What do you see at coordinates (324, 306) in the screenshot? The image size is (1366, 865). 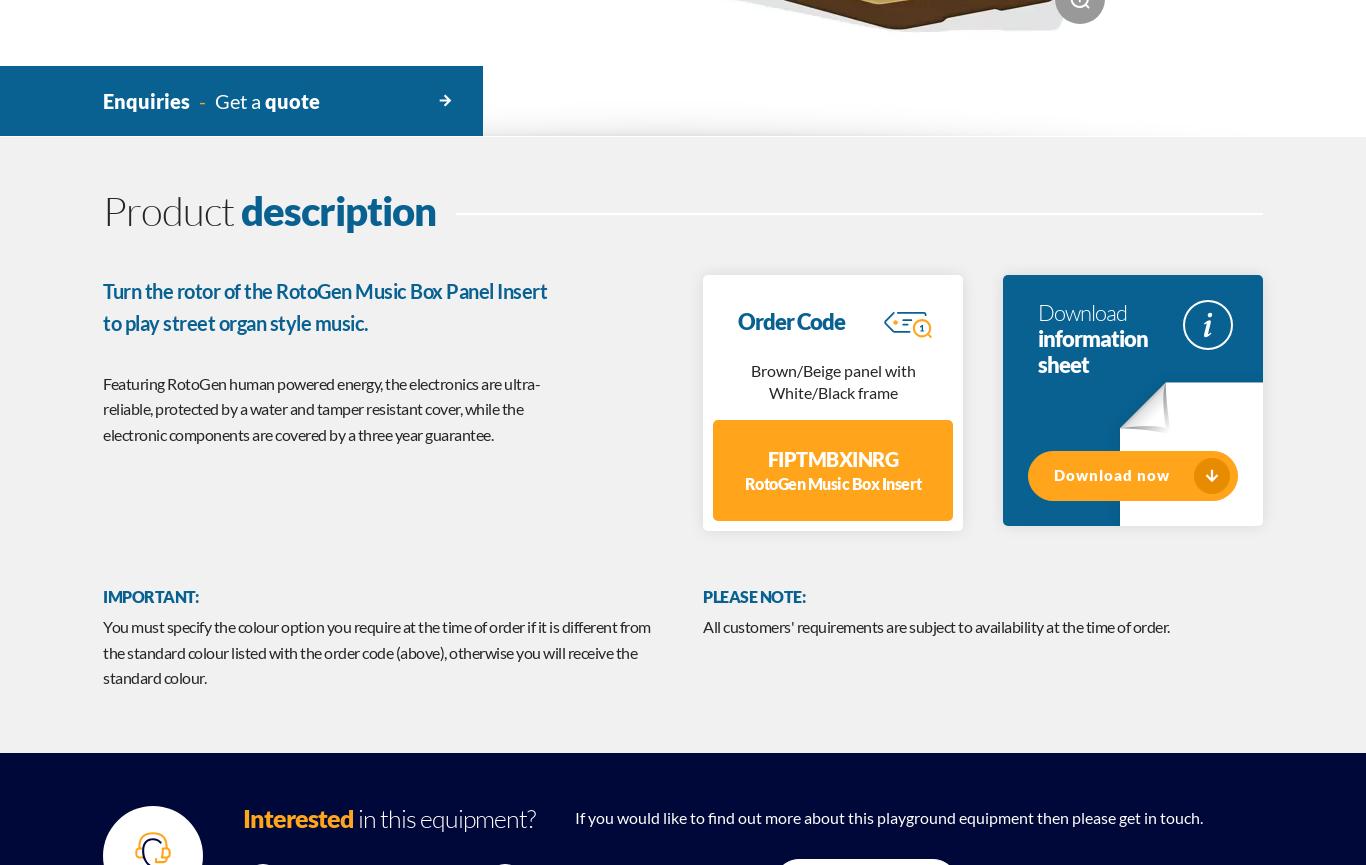 I see `'Turn the rotor of the RotoGen Music Box Panel Insert to play street organ style music.'` at bounding box center [324, 306].